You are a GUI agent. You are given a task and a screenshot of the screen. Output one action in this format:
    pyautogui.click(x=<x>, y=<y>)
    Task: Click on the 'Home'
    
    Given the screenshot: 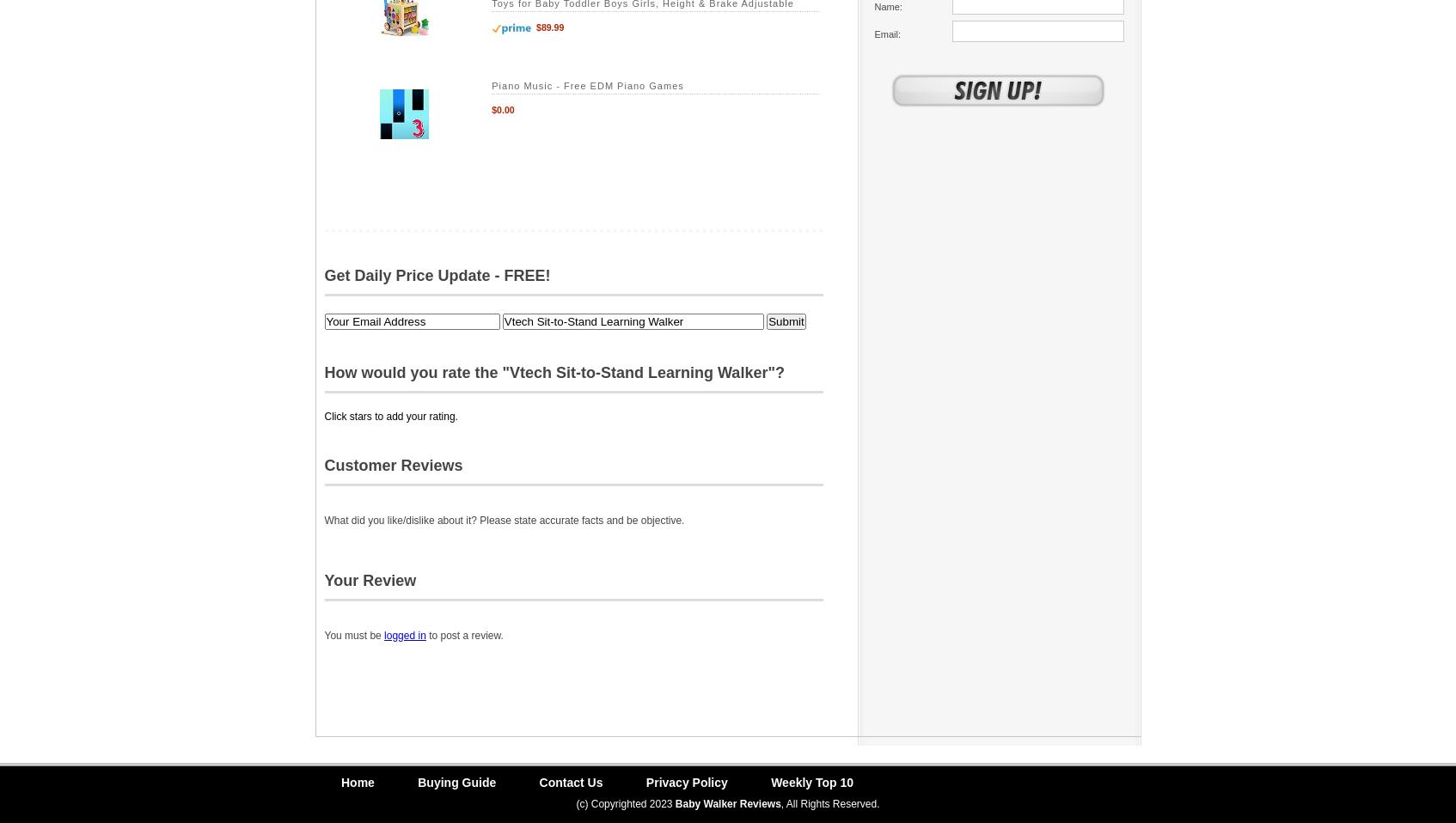 What is the action you would take?
    pyautogui.click(x=357, y=782)
    